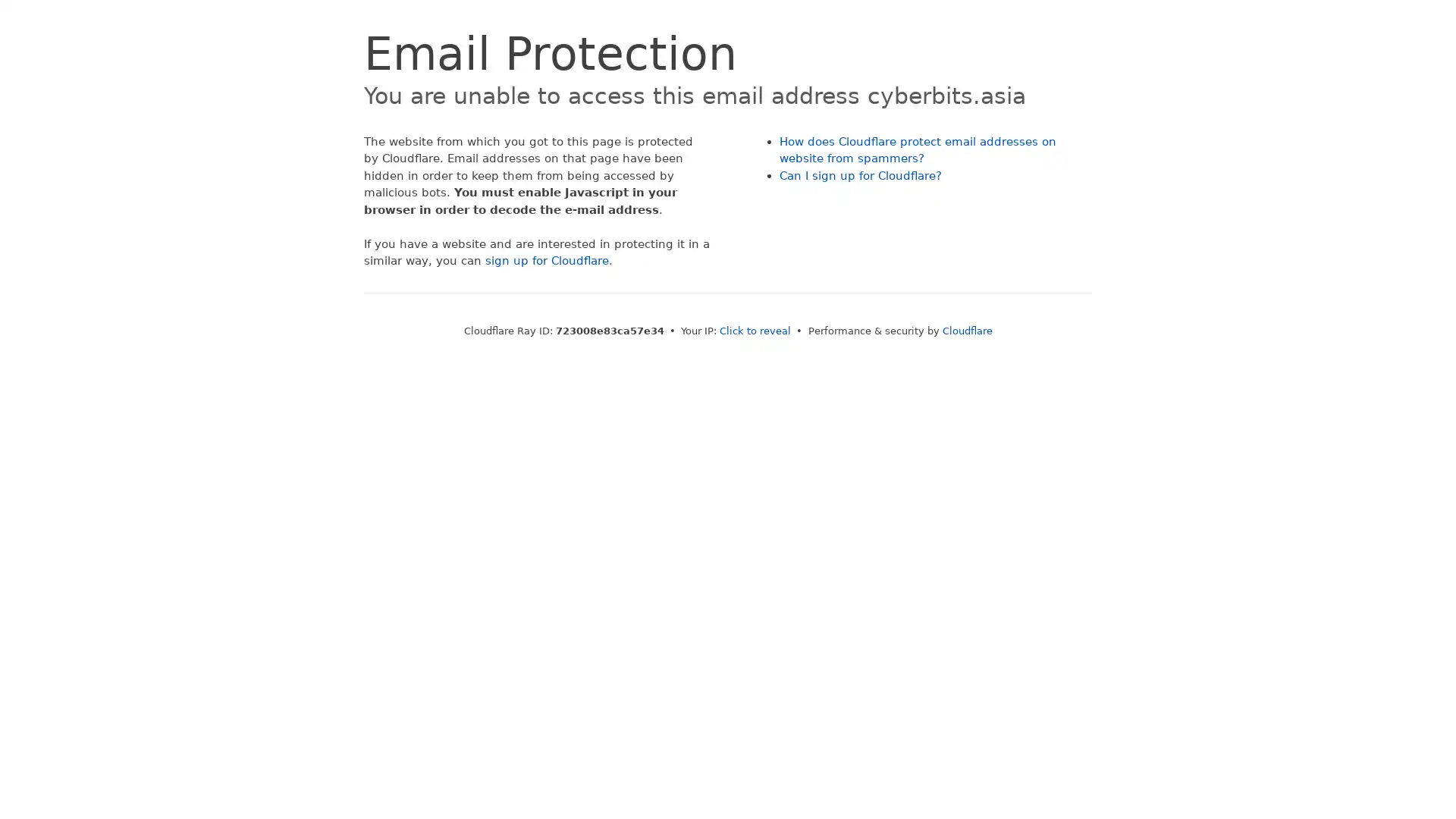 This screenshot has width=1456, height=819. I want to click on Click to reveal, so click(755, 329).